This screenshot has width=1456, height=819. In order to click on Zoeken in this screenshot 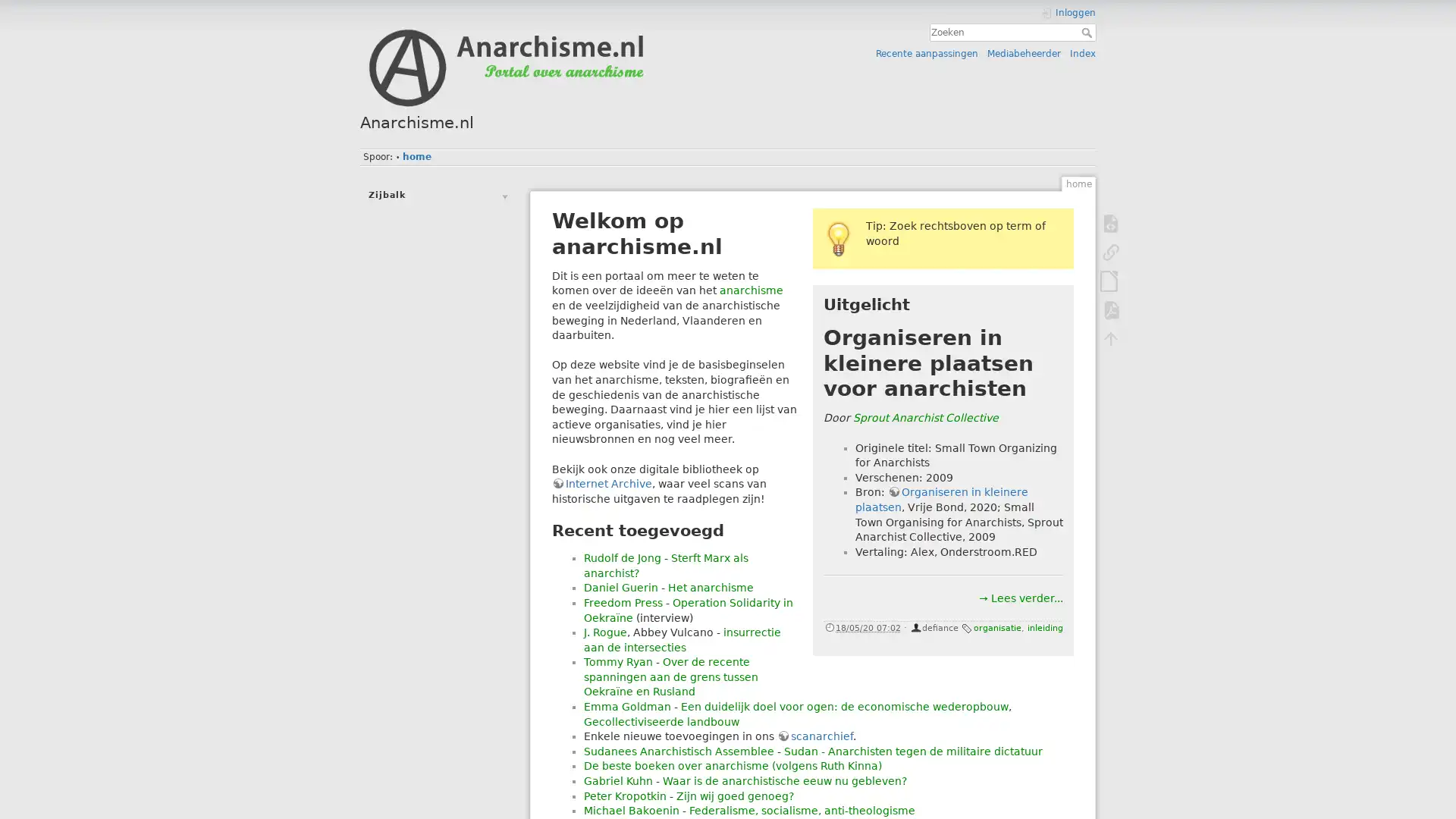, I will do `click(1087, 32)`.